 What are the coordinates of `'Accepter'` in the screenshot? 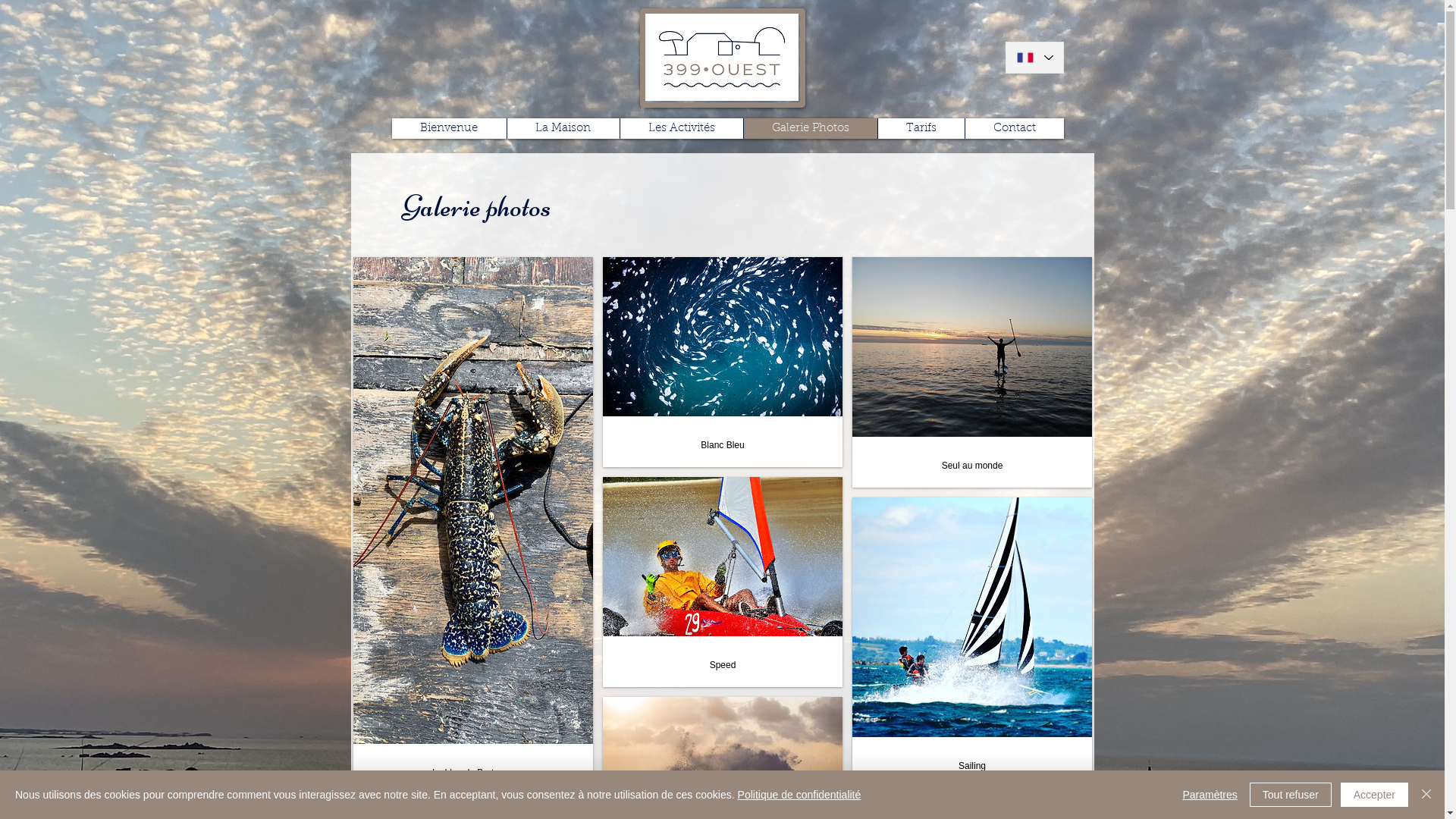 It's located at (1374, 794).